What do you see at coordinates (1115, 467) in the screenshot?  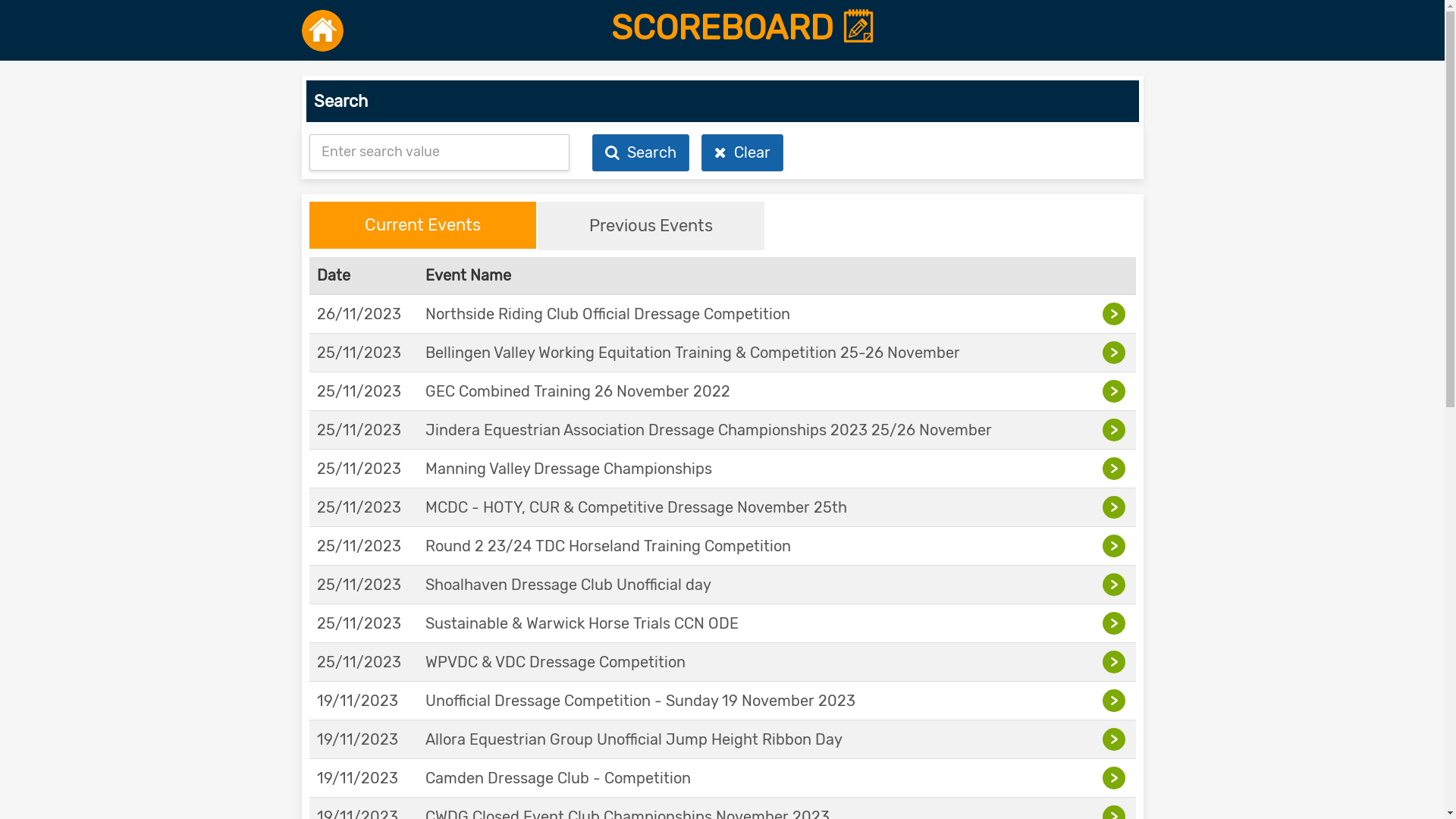 I see `'>'` at bounding box center [1115, 467].